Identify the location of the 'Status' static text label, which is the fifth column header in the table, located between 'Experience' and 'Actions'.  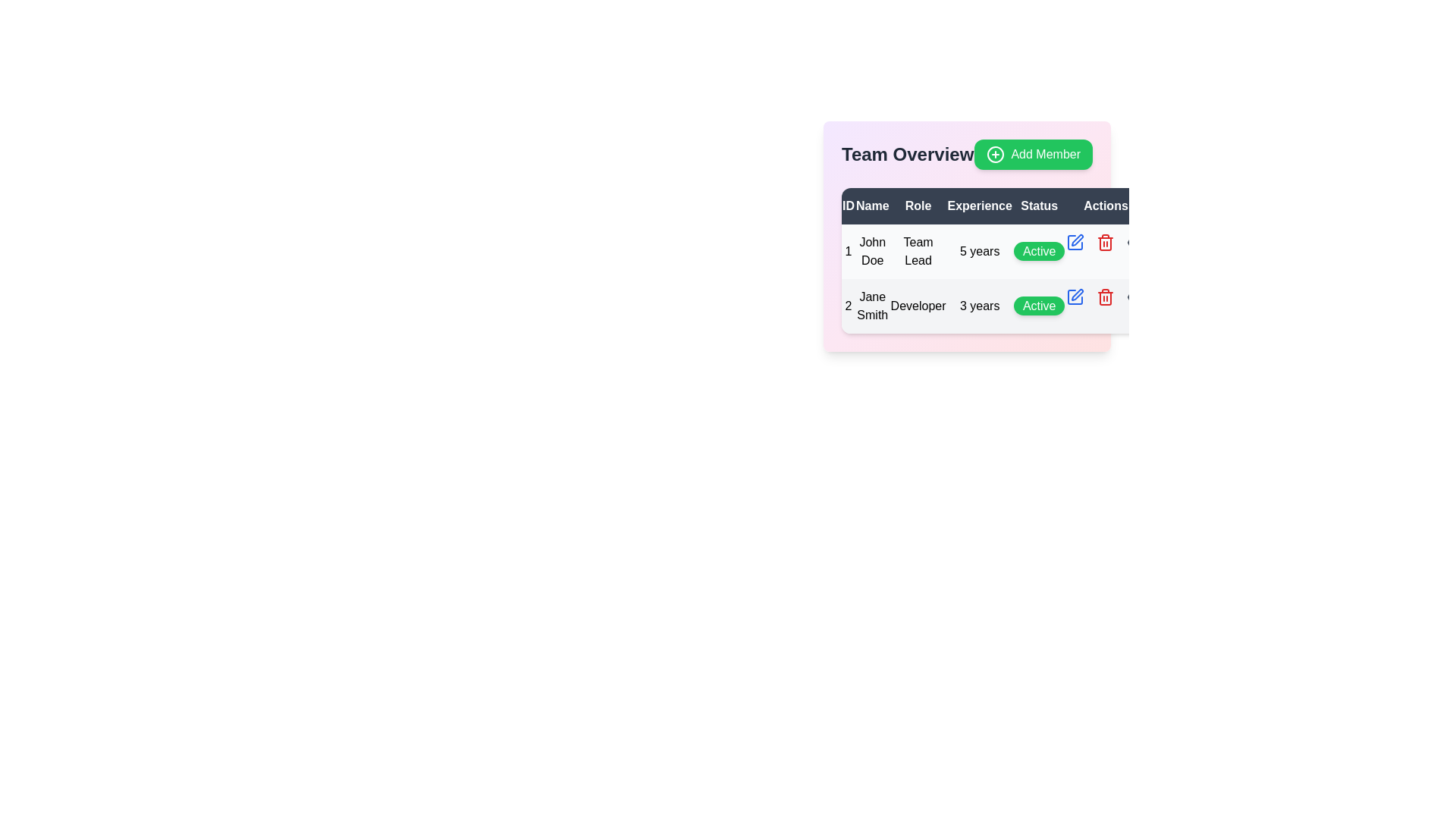
(1038, 206).